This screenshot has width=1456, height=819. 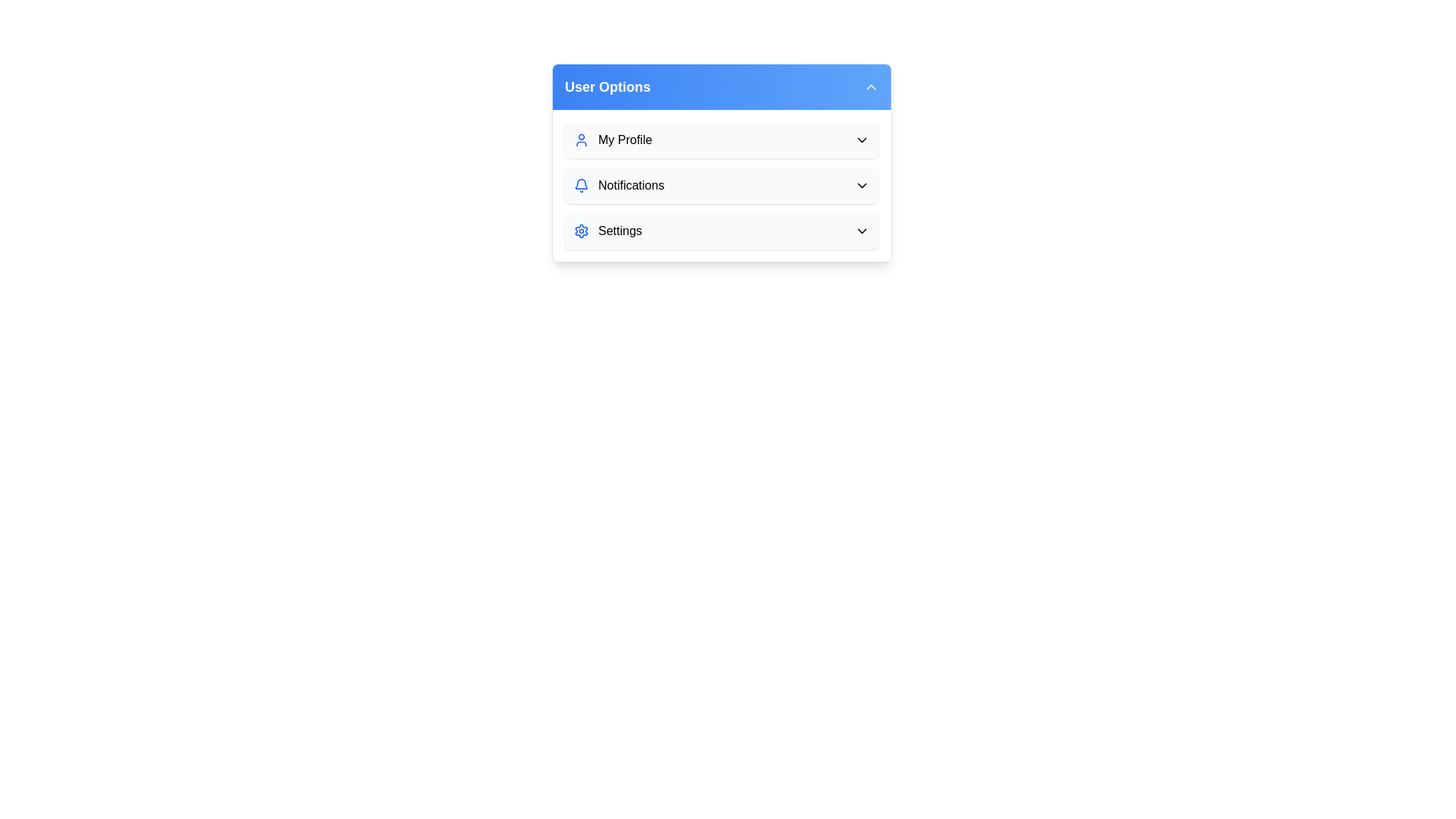 I want to click on the 'My Profile' option in the dropdown menu, so click(x=613, y=140).